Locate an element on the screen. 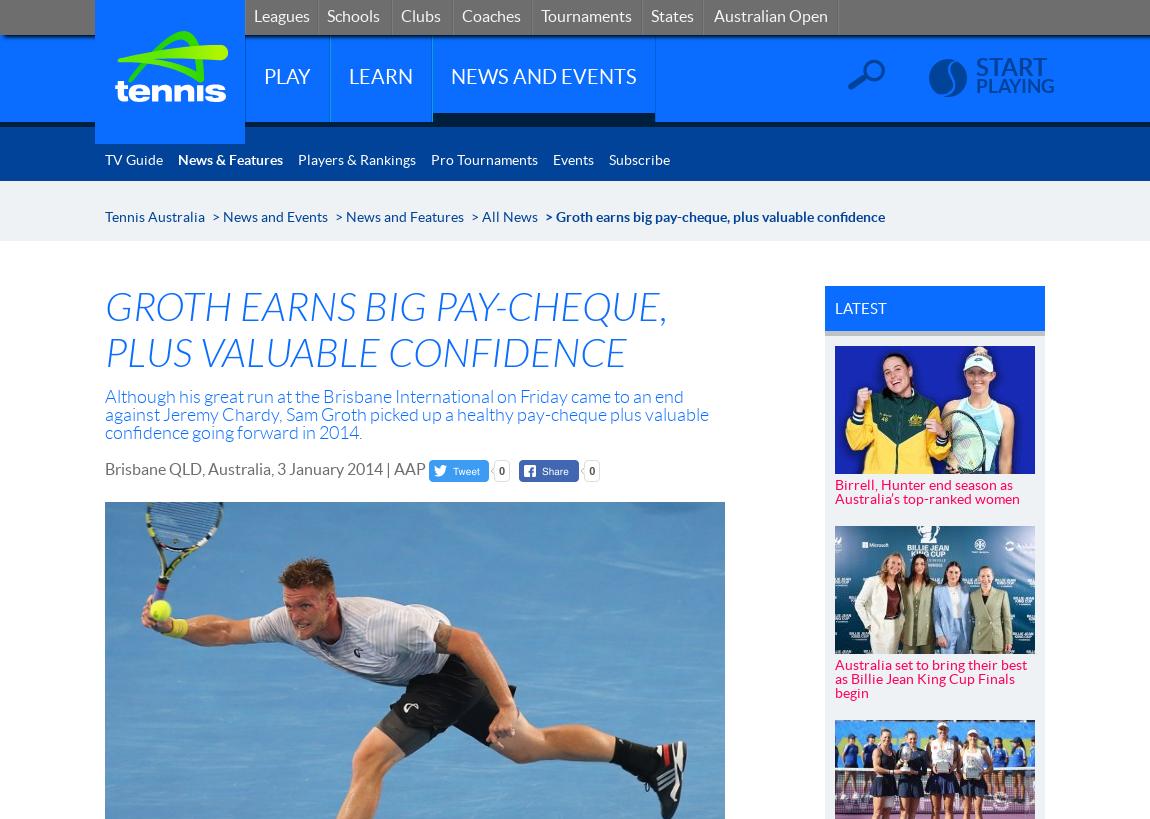  'All News' is located at coordinates (510, 217).